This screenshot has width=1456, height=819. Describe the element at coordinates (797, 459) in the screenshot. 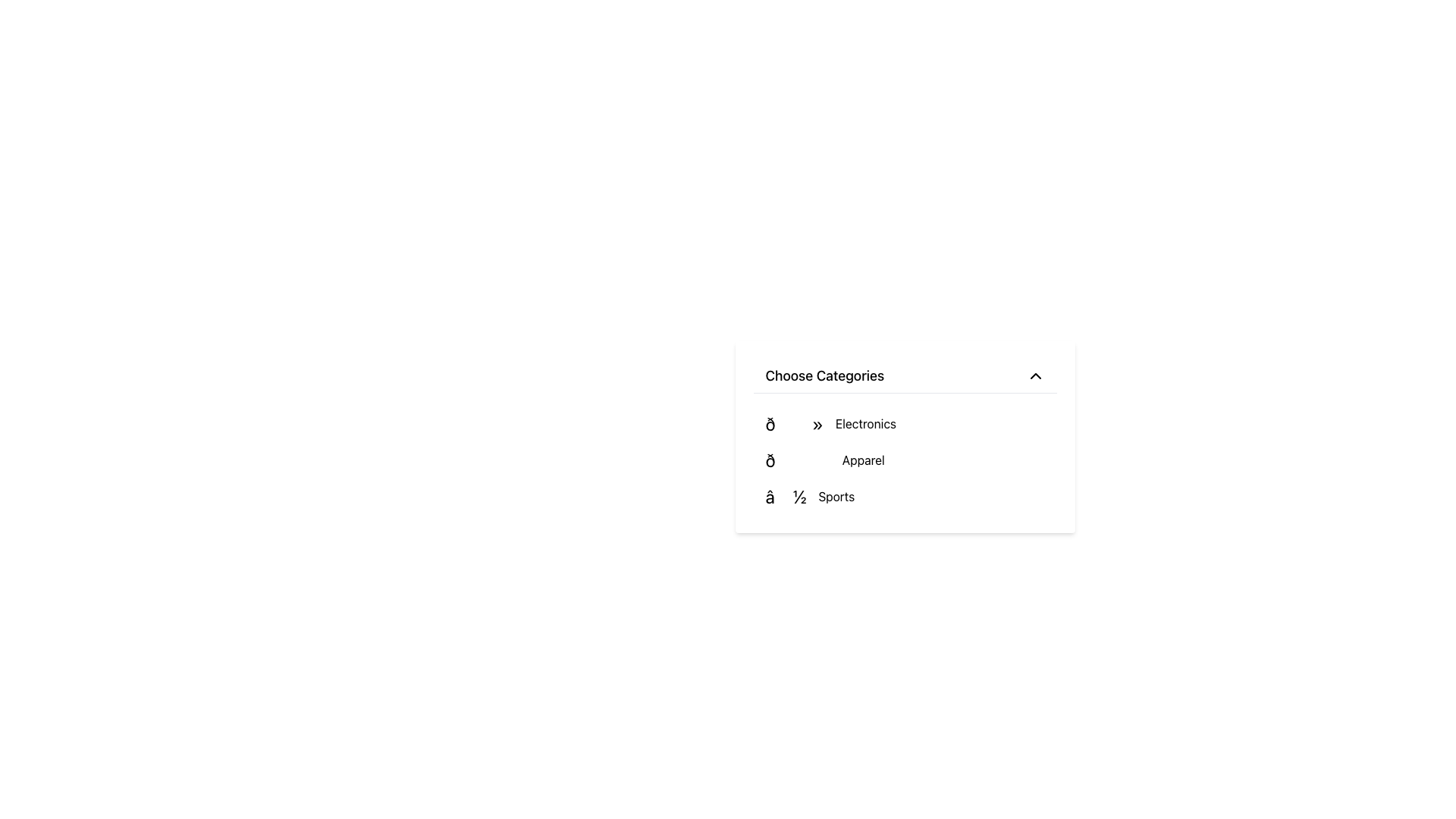

I see `the high-heeled shoe emoji-like icon indicating the apparel category` at that location.